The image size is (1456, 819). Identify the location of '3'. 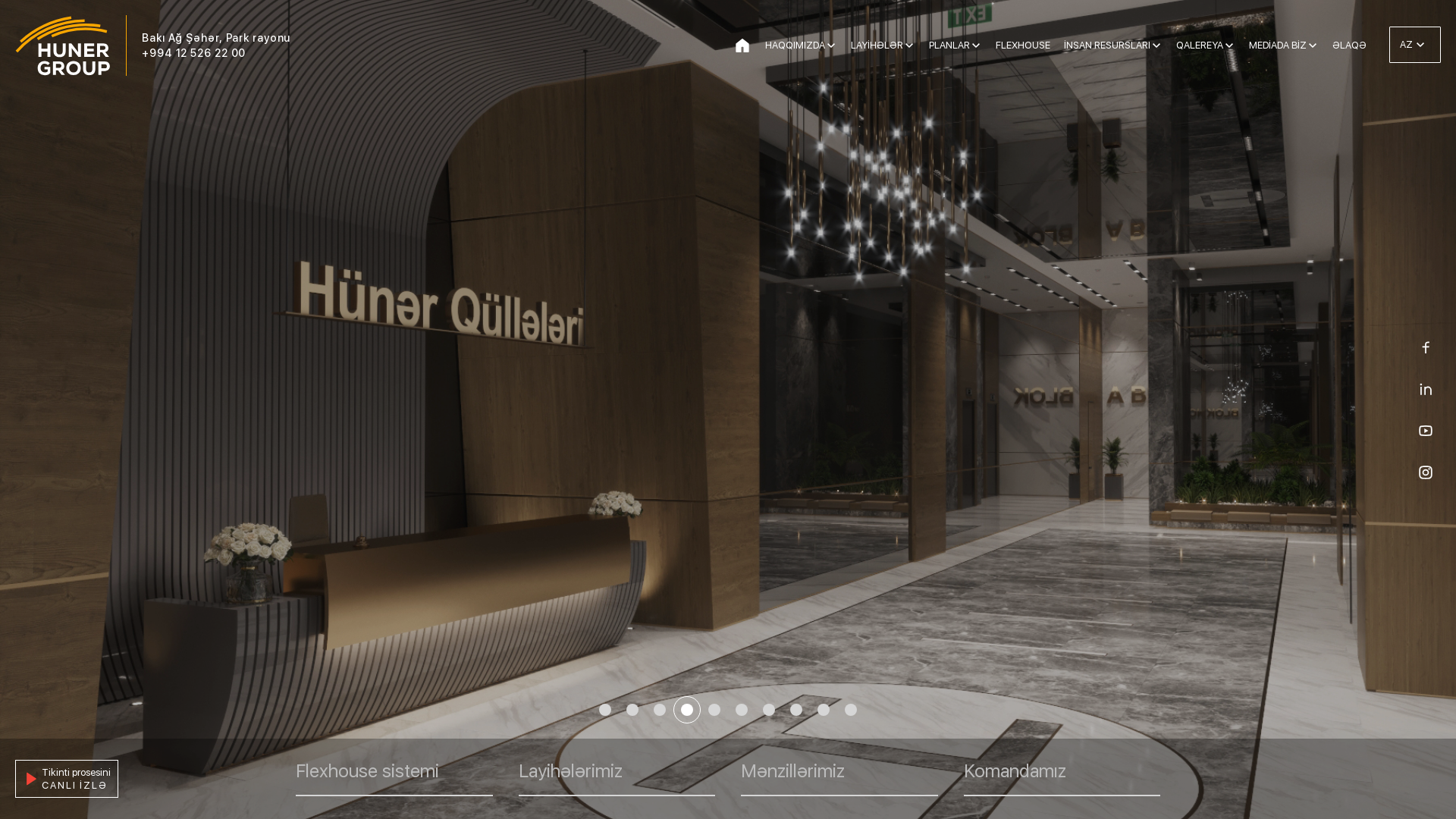
(645, 710).